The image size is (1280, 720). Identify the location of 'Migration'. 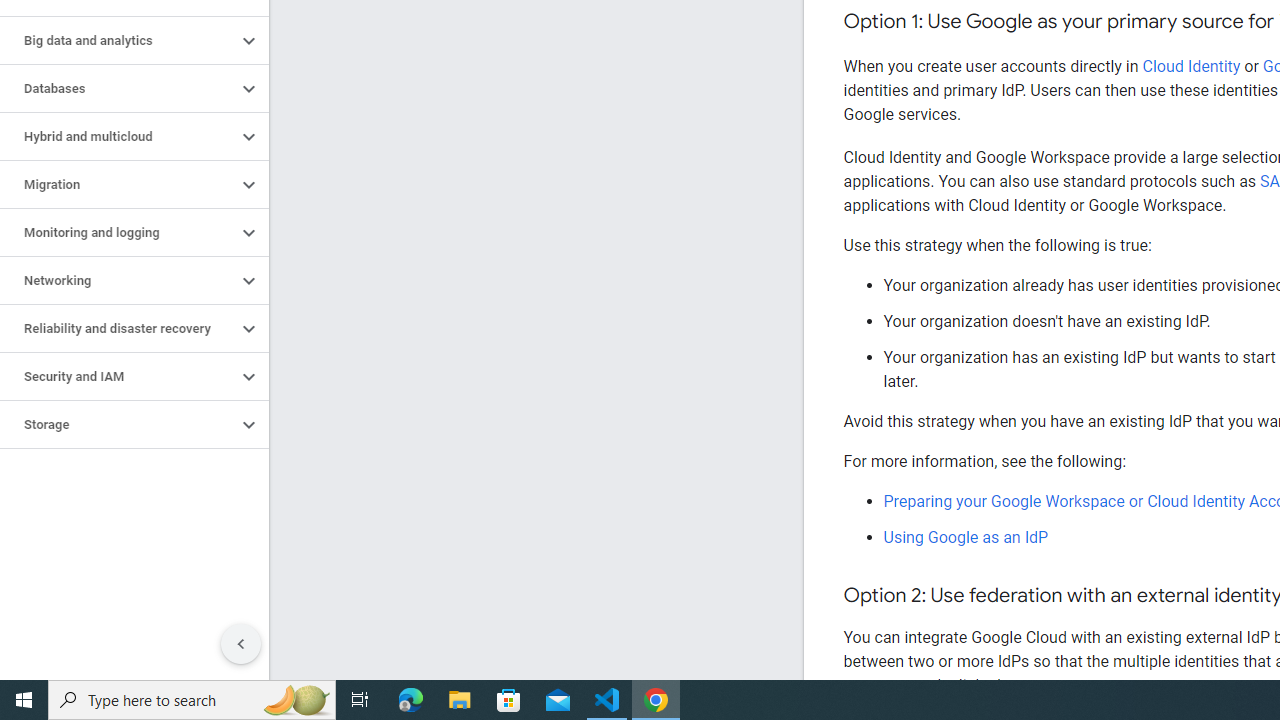
(117, 185).